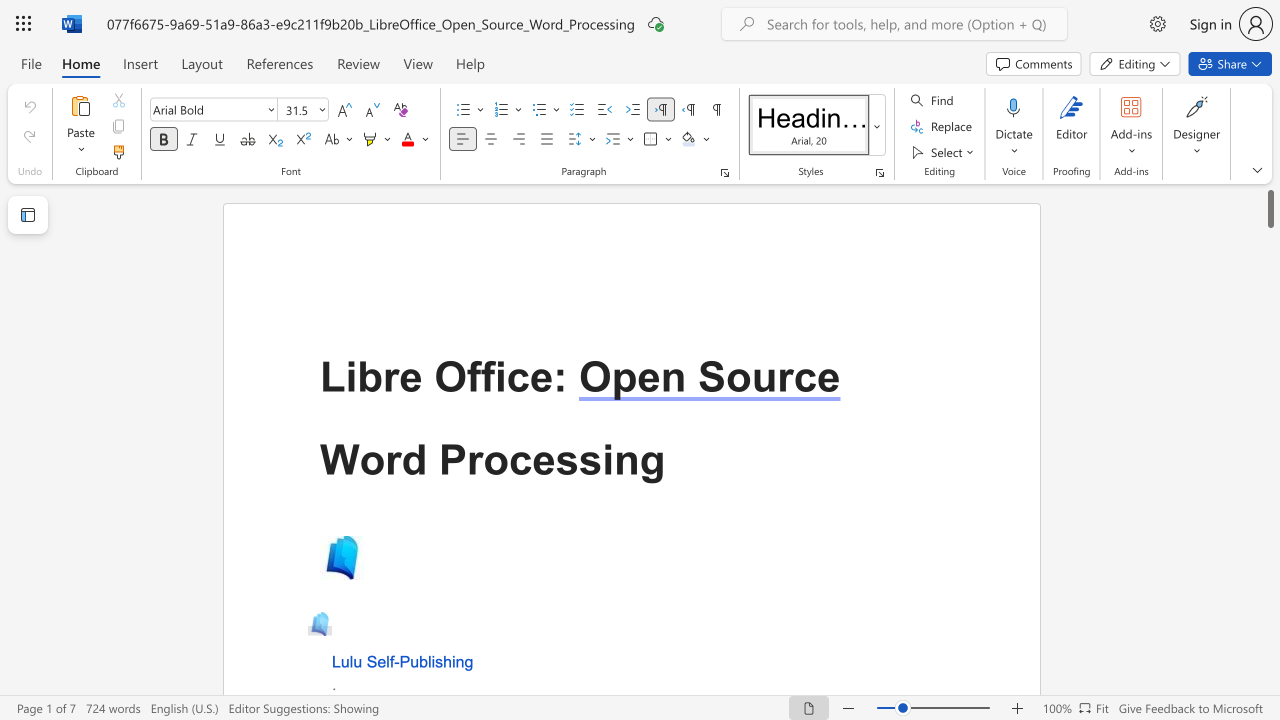 The height and width of the screenshot is (720, 1280). What do you see at coordinates (500, 376) in the screenshot?
I see `the 2th character "i" in the text` at bounding box center [500, 376].